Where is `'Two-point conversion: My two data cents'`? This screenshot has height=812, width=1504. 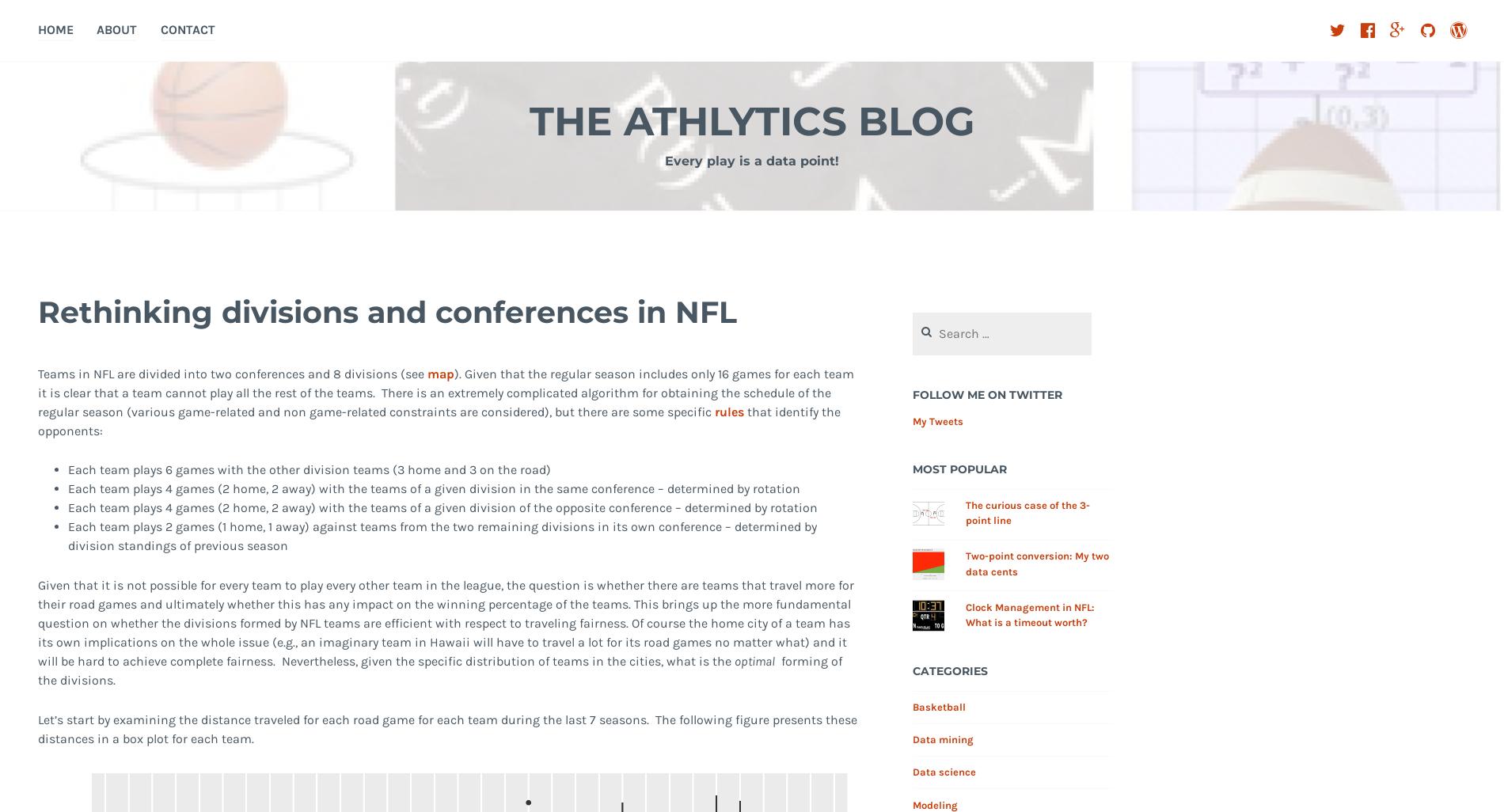 'Two-point conversion: My two data cents' is located at coordinates (1036, 563).